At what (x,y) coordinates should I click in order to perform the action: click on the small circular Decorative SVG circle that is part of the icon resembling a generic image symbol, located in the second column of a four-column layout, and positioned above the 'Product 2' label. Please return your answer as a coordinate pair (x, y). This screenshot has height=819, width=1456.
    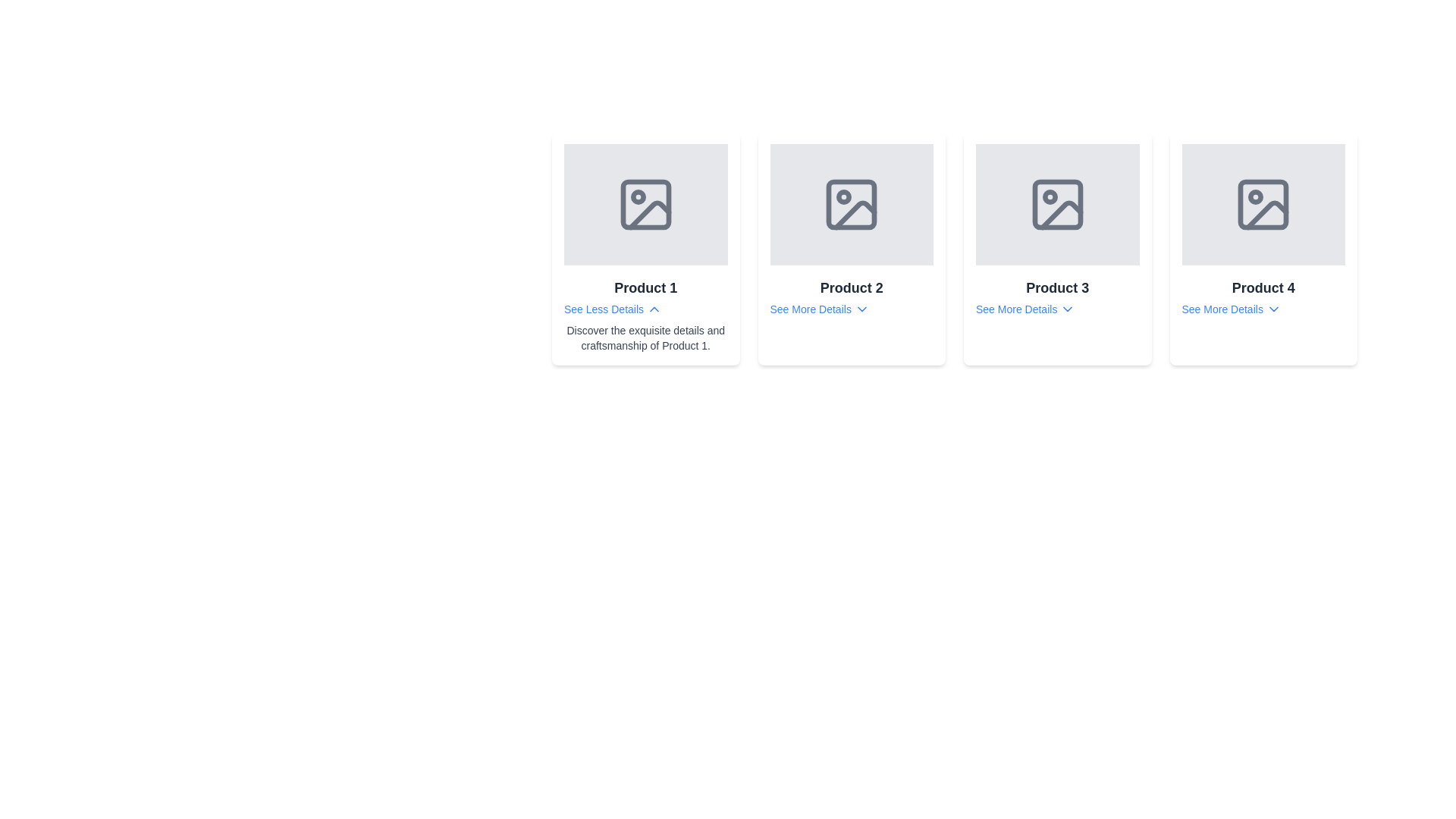
    Looking at the image, I should click on (843, 196).